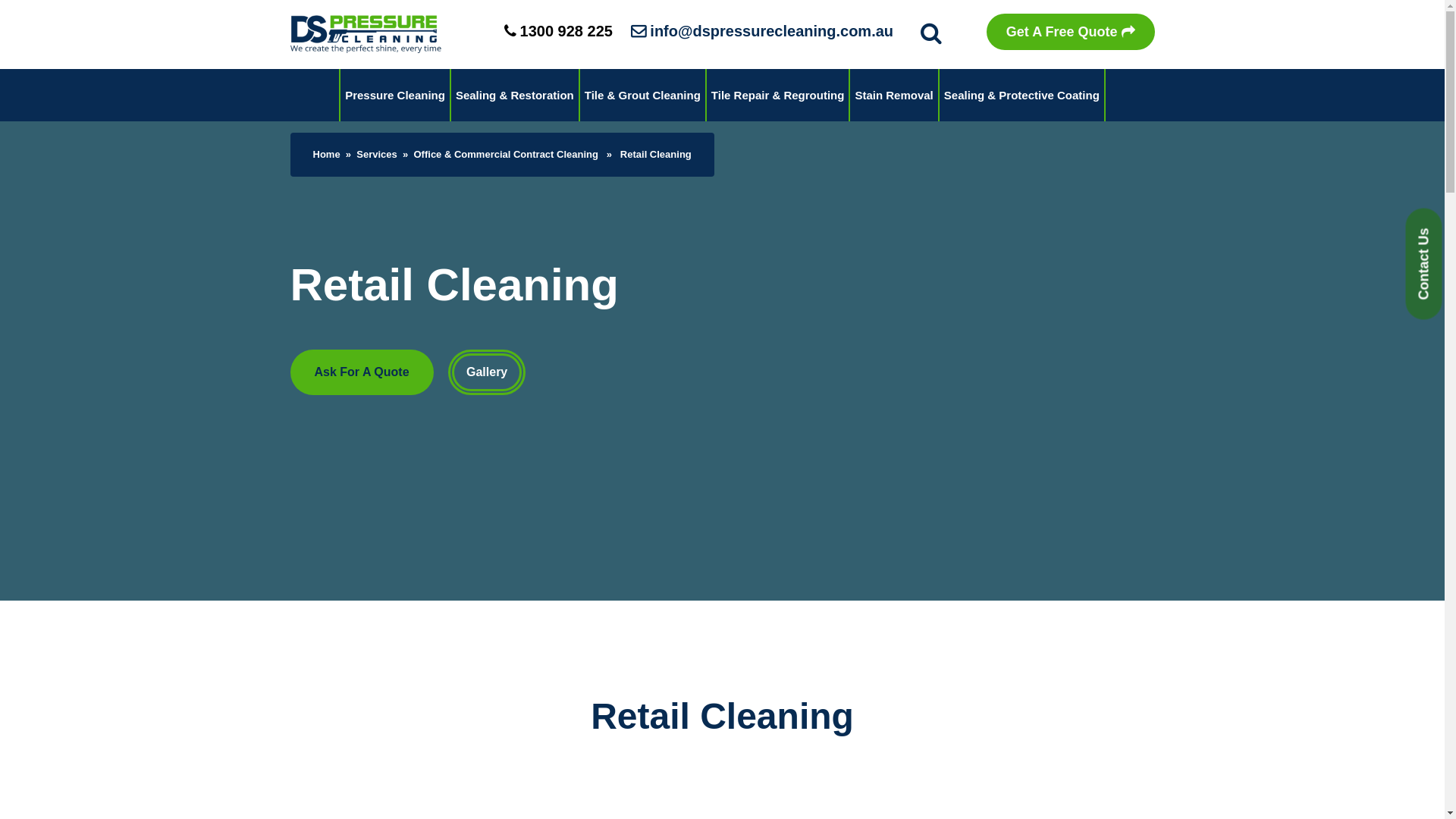  Describe the element at coordinates (761, 31) in the screenshot. I see `'info@dspressurecleaning.com.au'` at that location.